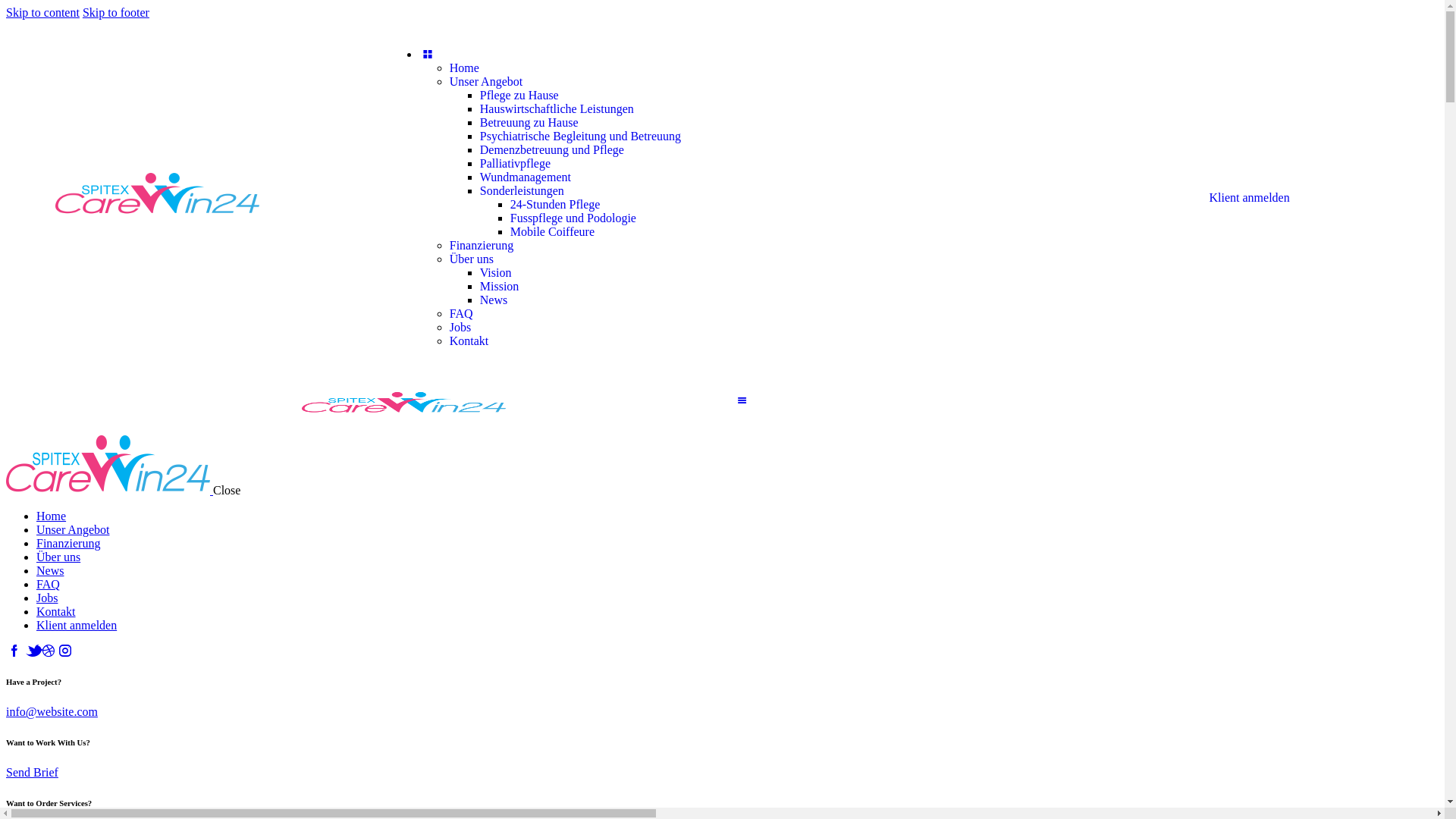 This screenshot has width=1456, height=819. Describe the element at coordinates (499, 286) in the screenshot. I see `'Mission'` at that location.